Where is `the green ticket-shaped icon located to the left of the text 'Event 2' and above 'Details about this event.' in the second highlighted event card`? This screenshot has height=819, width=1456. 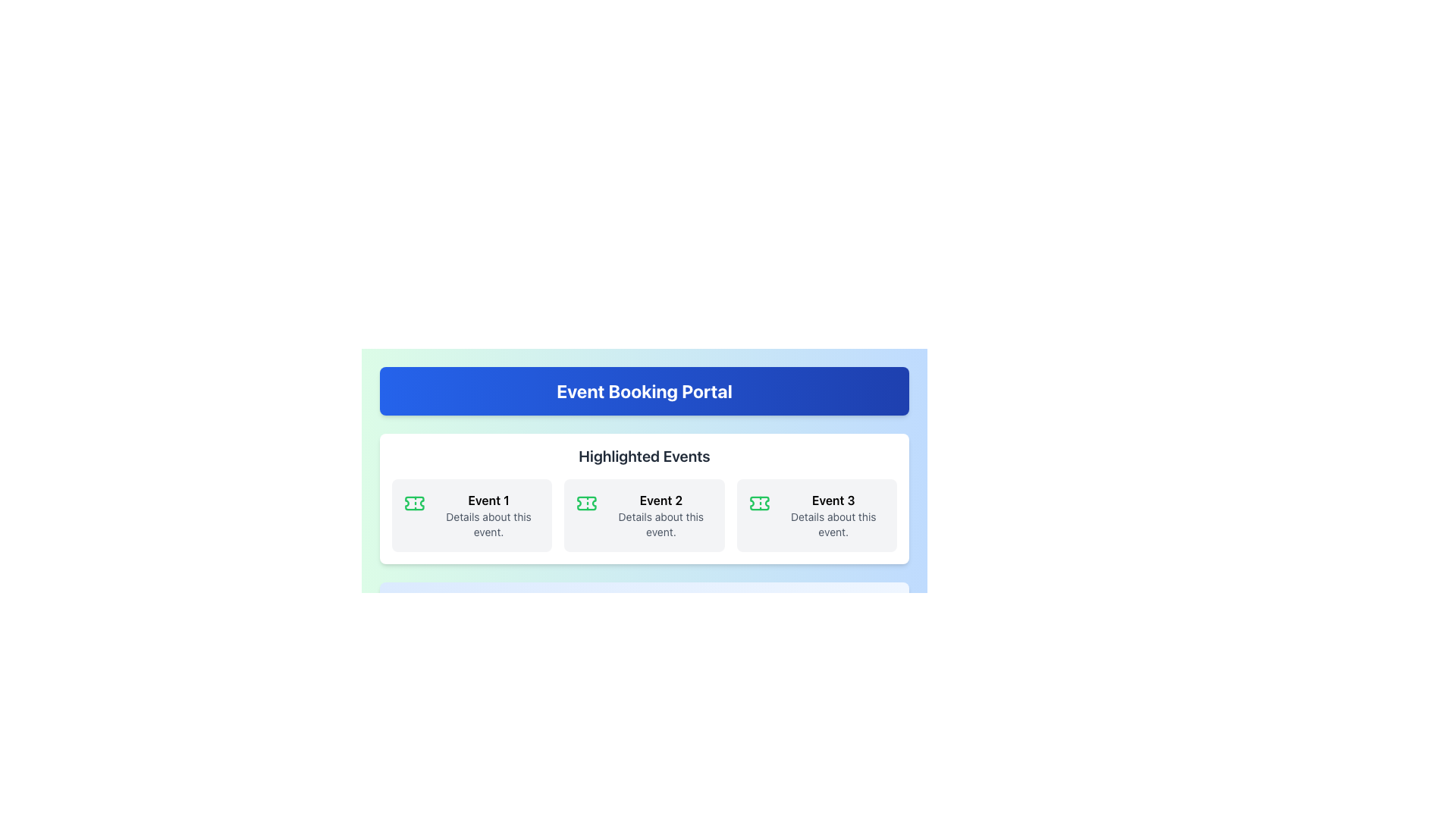
the green ticket-shaped icon located to the left of the text 'Event 2' and above 'Details about this event.' in the second highlighted event card is located at coordinates (586, 503).